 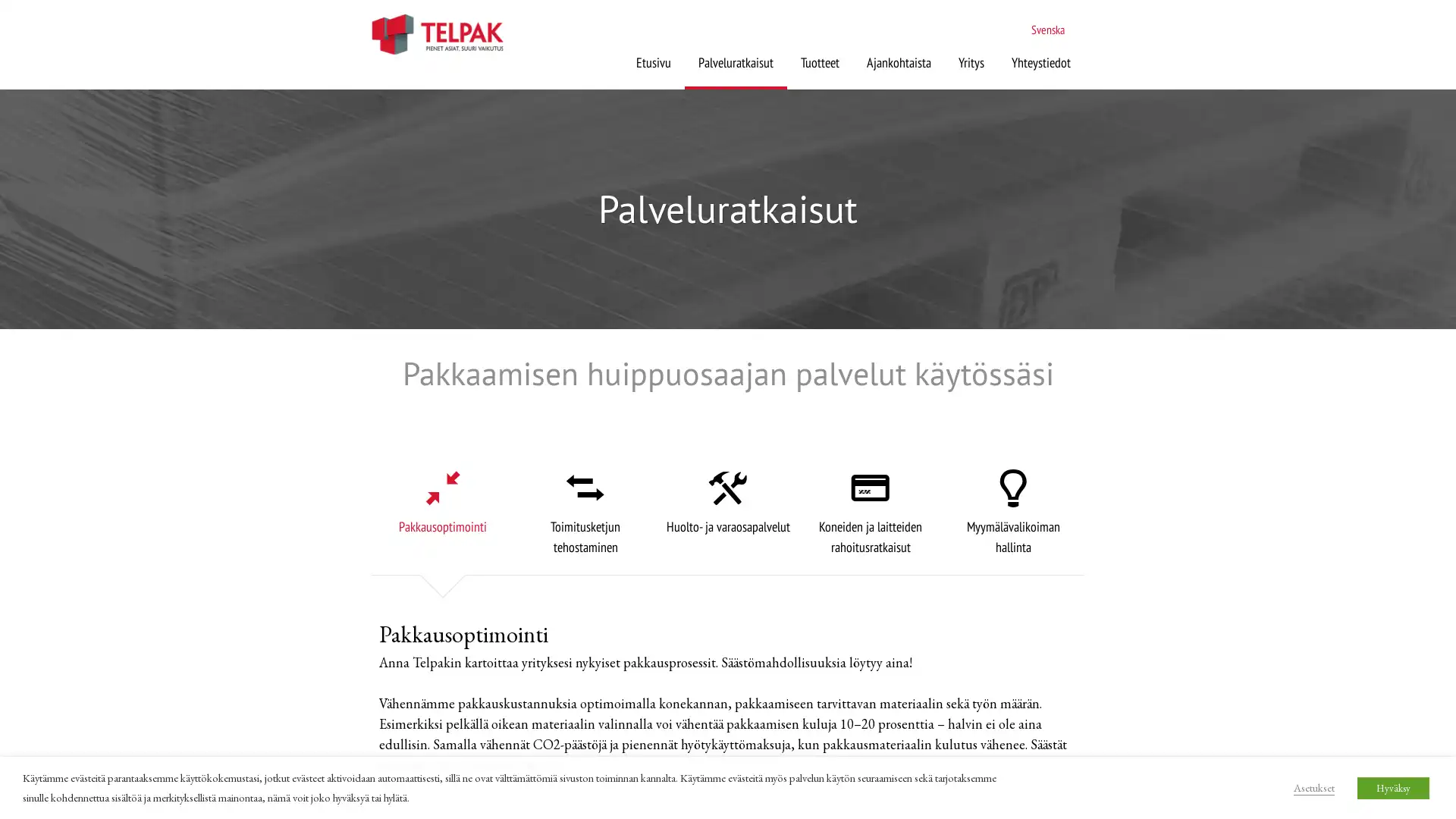 What do you see at coordinates (1393, 786) in the screenshot?
I see `Hyvaksy` at bounding box center [1393, 786].